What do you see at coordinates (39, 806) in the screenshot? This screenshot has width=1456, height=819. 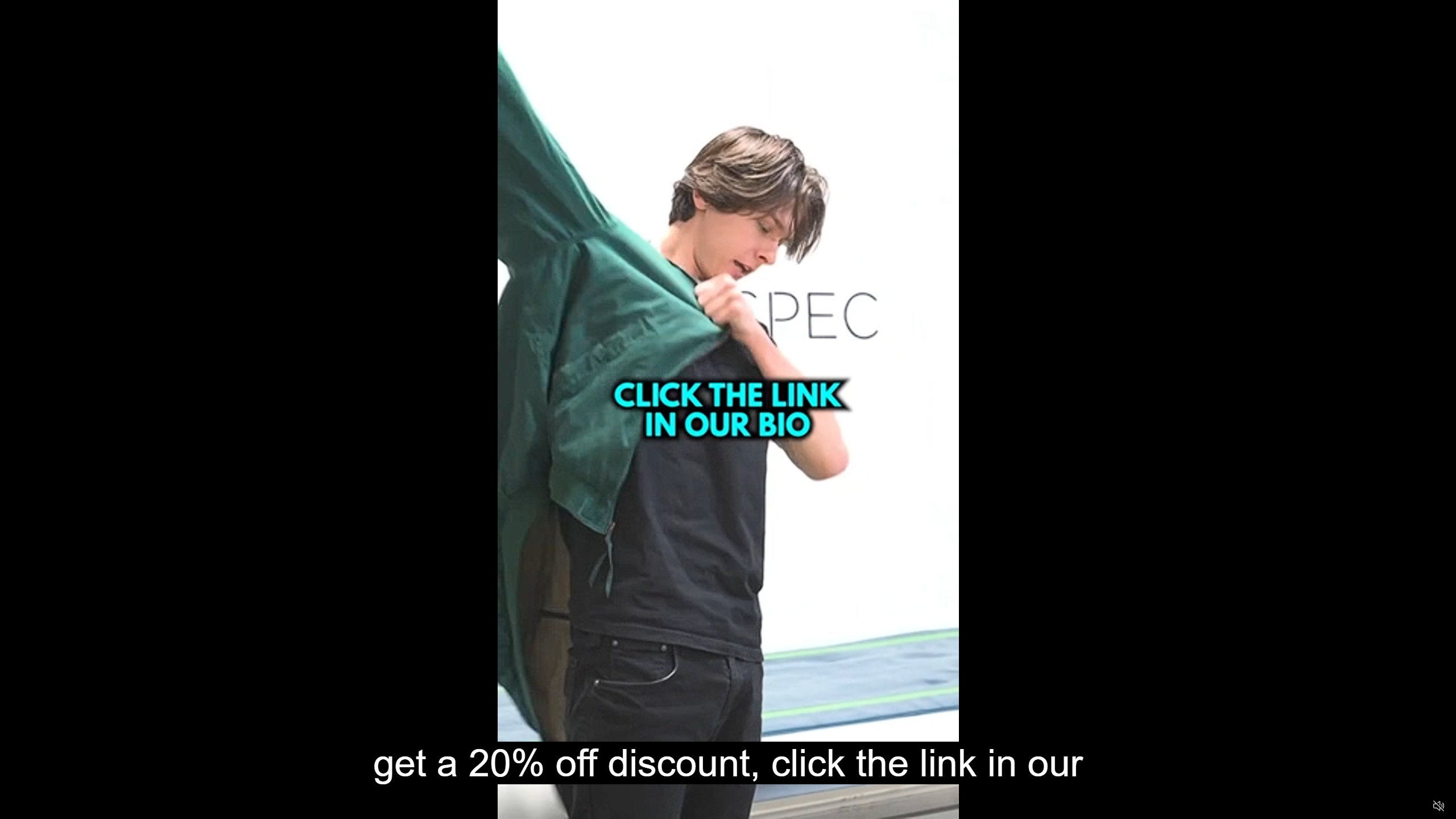 I see `'Seek Back'` at bounding box center [39, 806].